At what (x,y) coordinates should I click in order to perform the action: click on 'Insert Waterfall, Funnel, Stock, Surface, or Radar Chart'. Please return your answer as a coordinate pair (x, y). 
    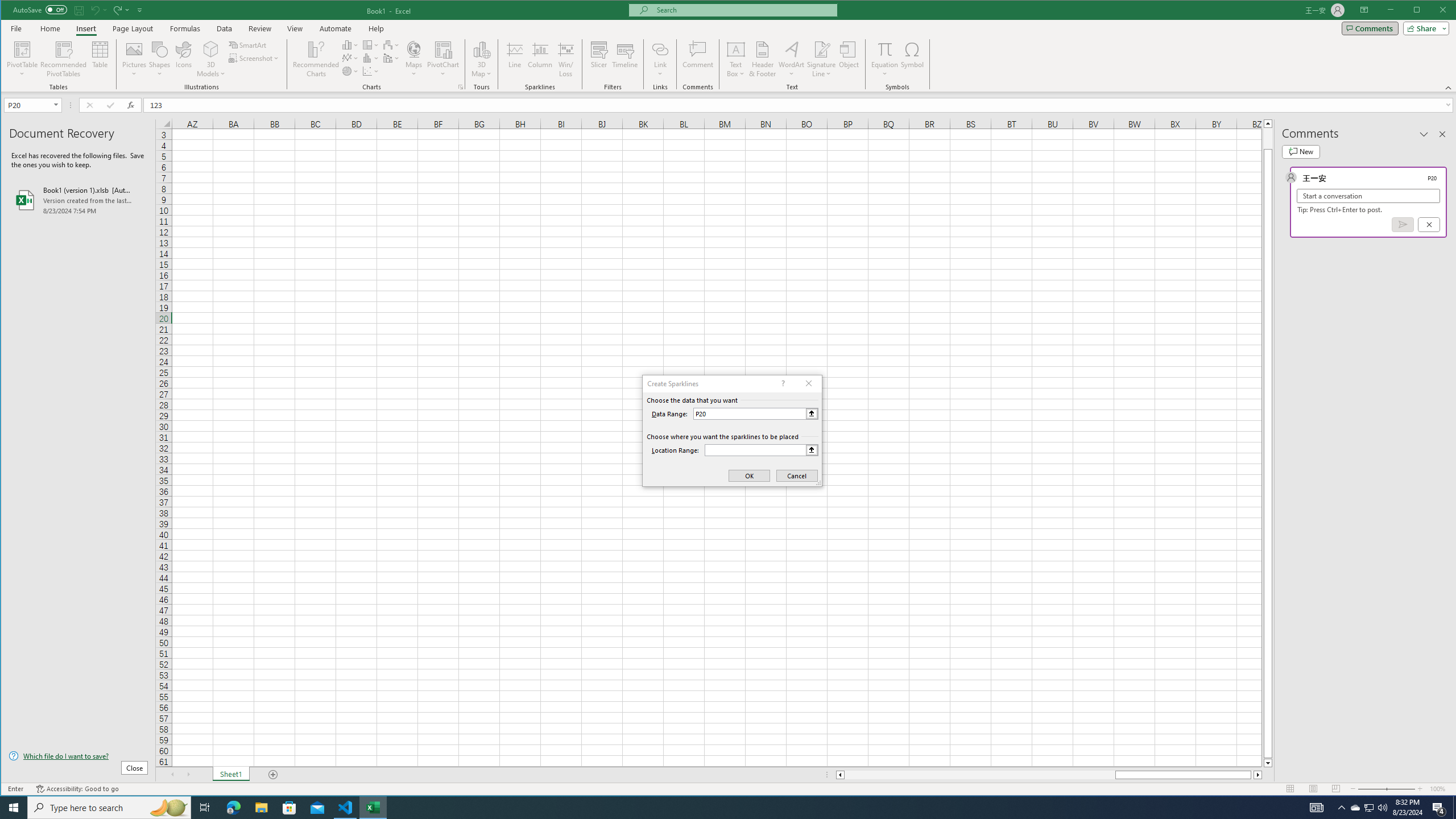
    Looking at the image, I should click on (391, 44).